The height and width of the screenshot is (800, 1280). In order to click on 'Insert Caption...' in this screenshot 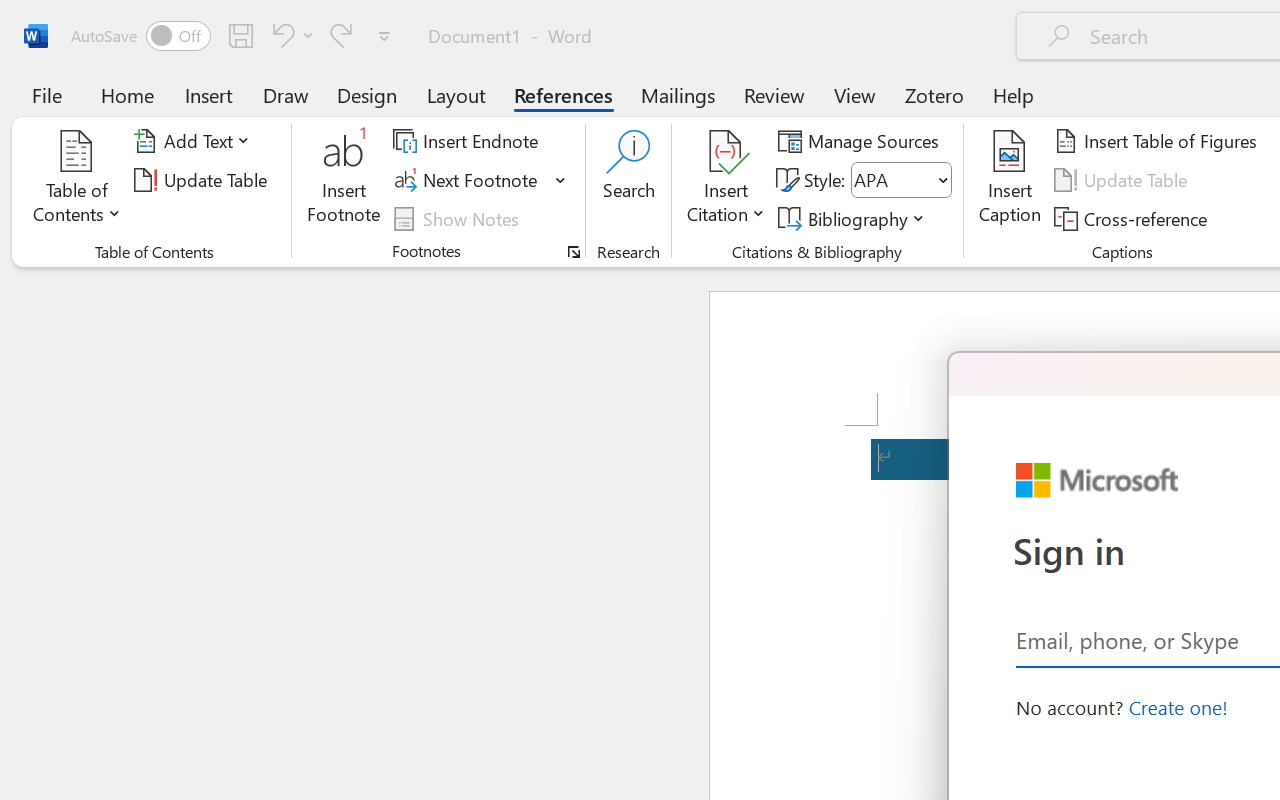, I will do `click(1009, 179)`.